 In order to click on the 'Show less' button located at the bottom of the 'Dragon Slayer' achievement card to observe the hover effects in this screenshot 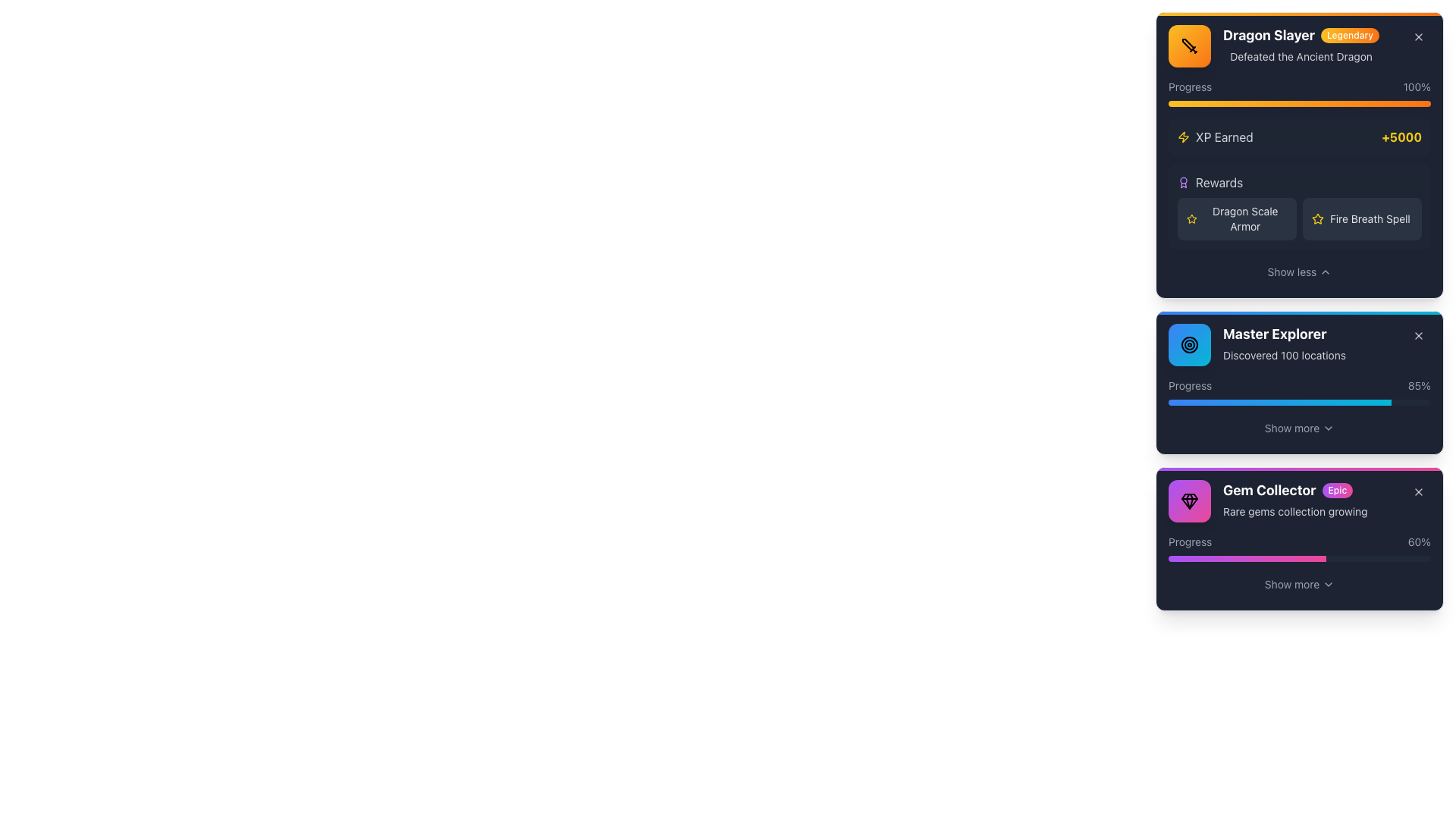, I will do `click(1298, 271)`.